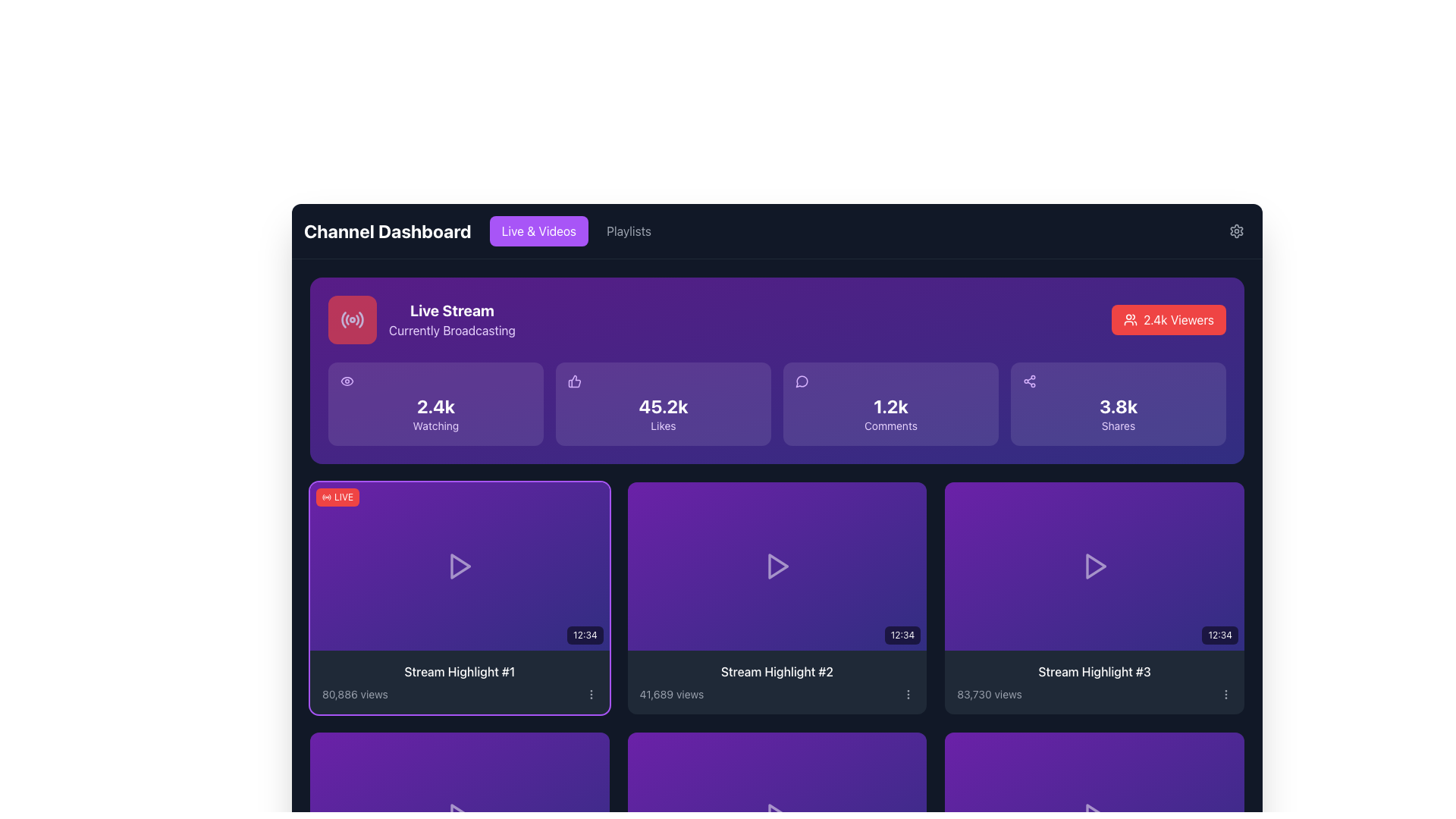 This screenshot has width=1456, height=819. I want to click on the cogwheel icon representing settings located, so click(1237, 231).